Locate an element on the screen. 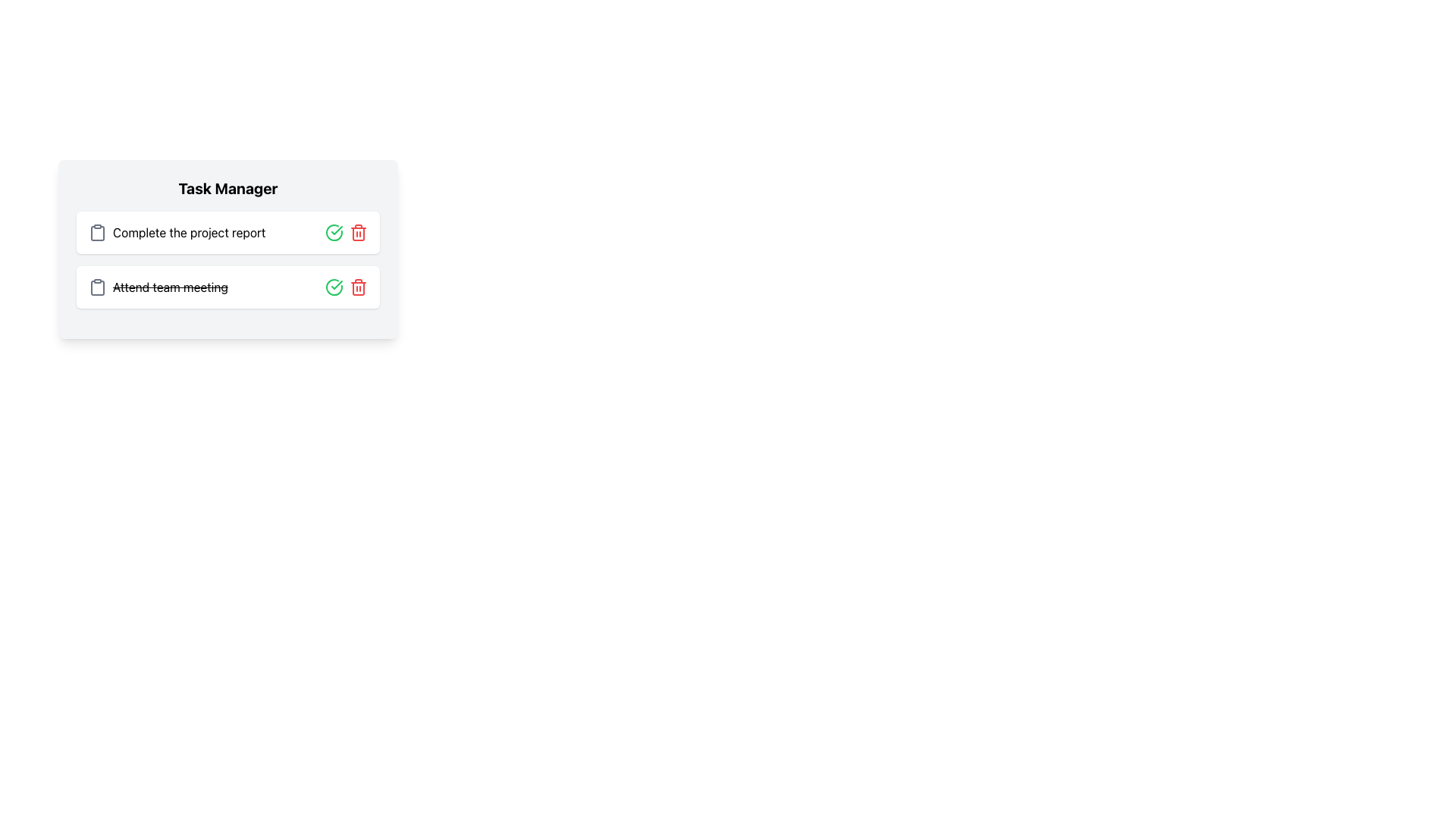 The image size is (1456, 819). the clipboard icon located to the left of the line-through styled text 'Attend team meeting' is located at coordinates (97, 287).